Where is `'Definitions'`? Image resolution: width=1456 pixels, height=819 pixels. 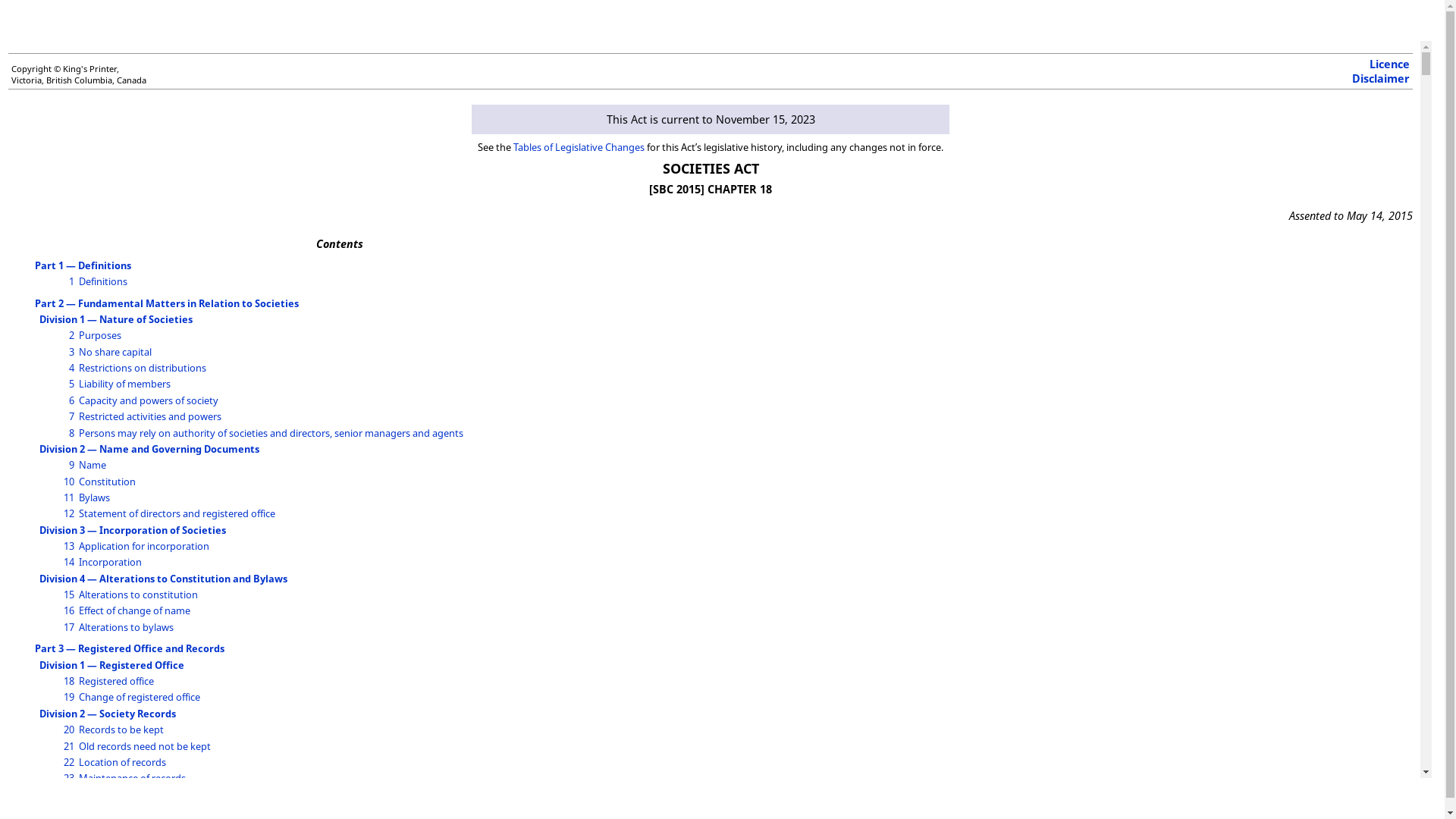
'Definitions' is located at coordinates (102, 281).